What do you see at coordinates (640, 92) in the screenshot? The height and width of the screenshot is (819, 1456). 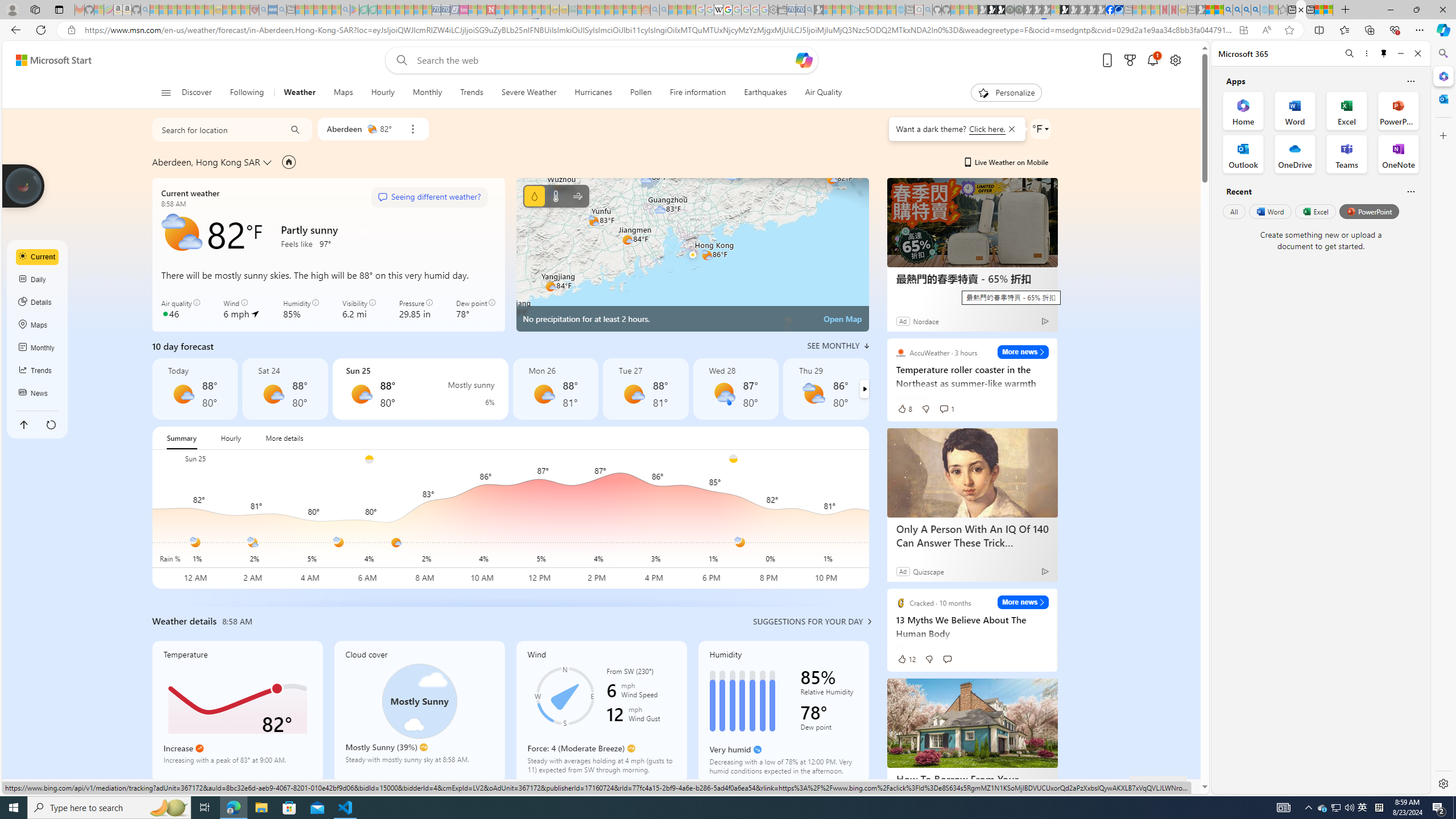 I see `'Pollen'` at bounding box center [640, 92].